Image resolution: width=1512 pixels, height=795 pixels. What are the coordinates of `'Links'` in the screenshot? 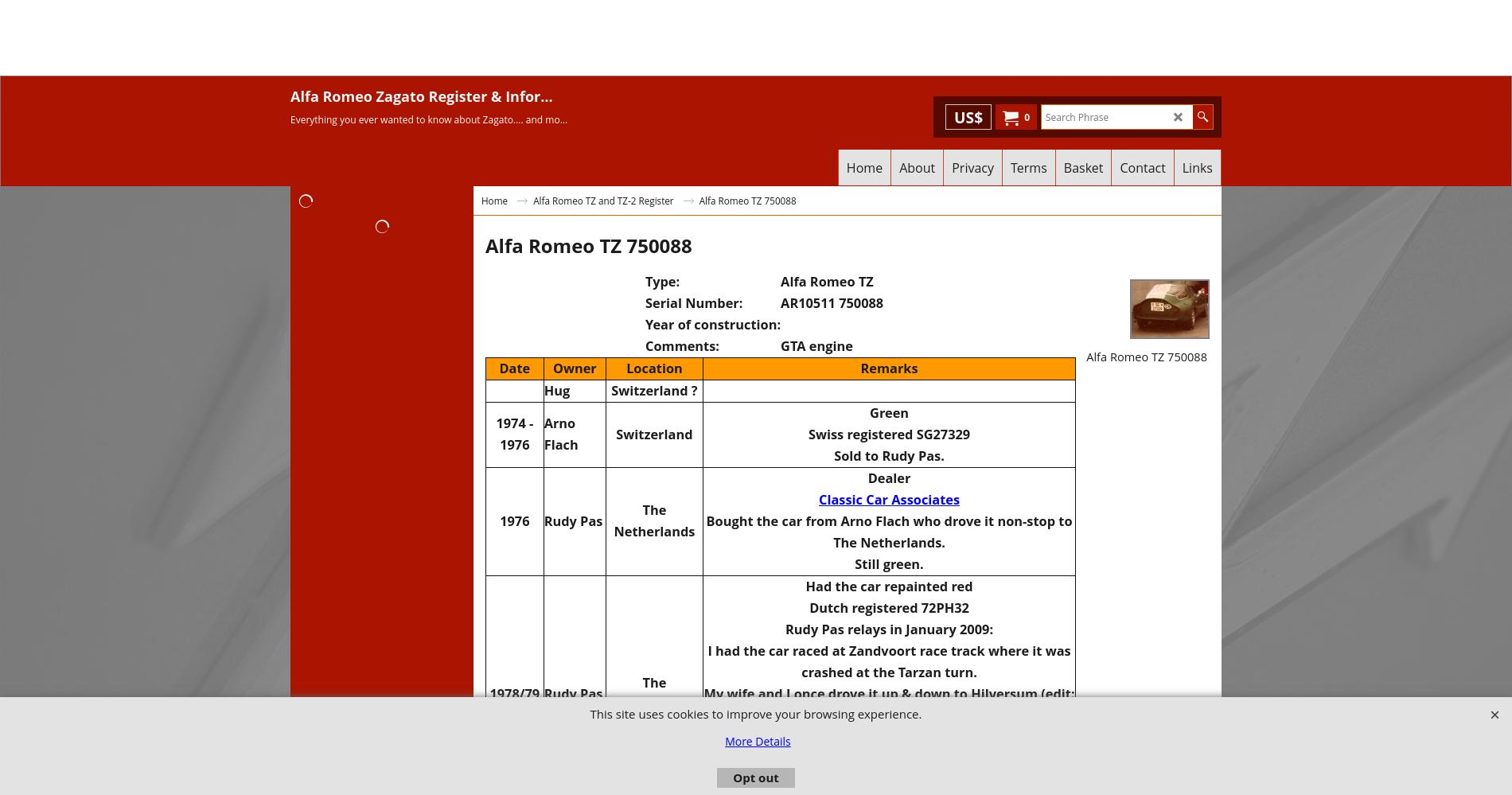 It's located at (1197, 166).